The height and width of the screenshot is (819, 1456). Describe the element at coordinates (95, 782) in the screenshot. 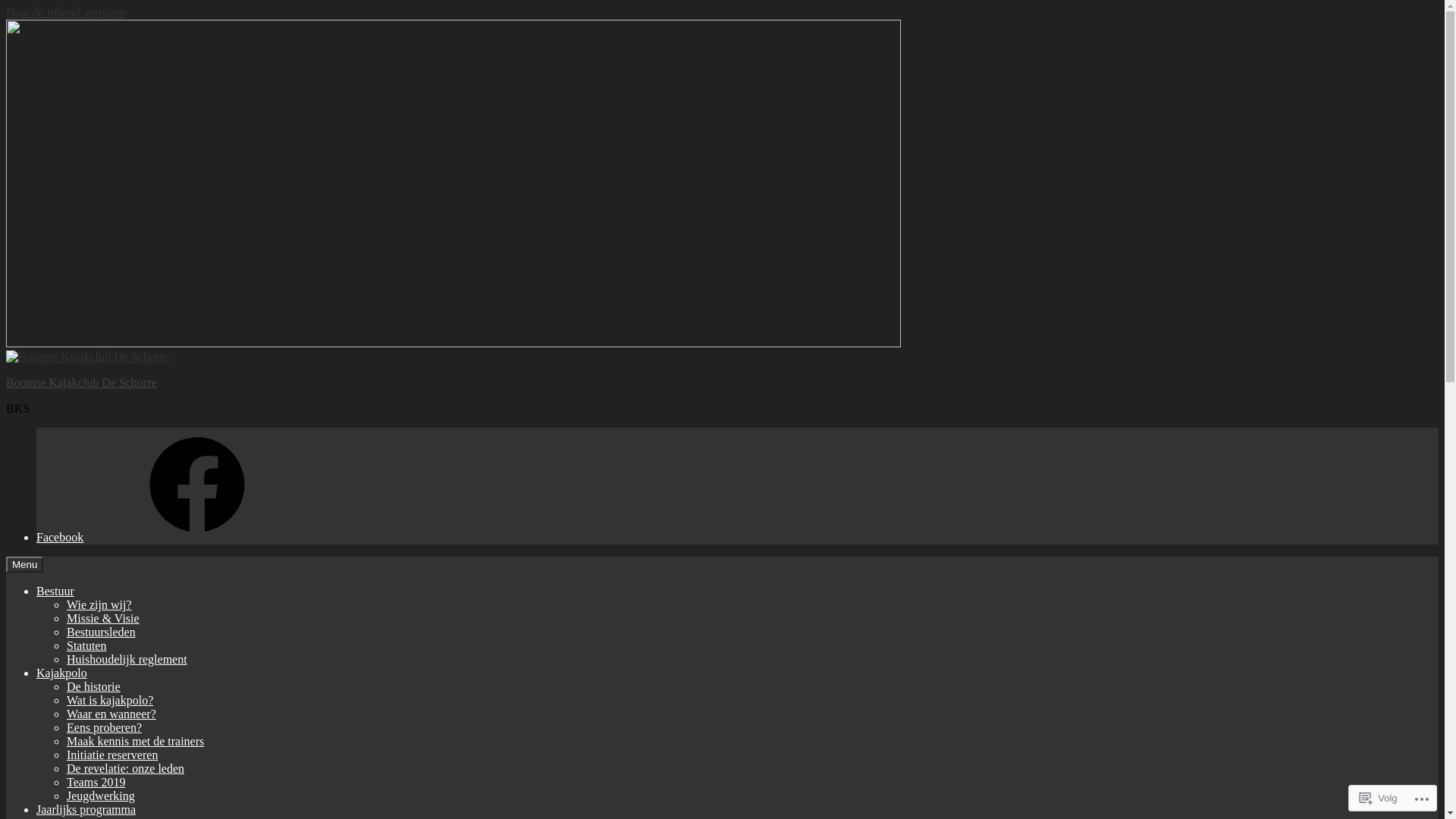

I see `'Teams 2019'` at that location.